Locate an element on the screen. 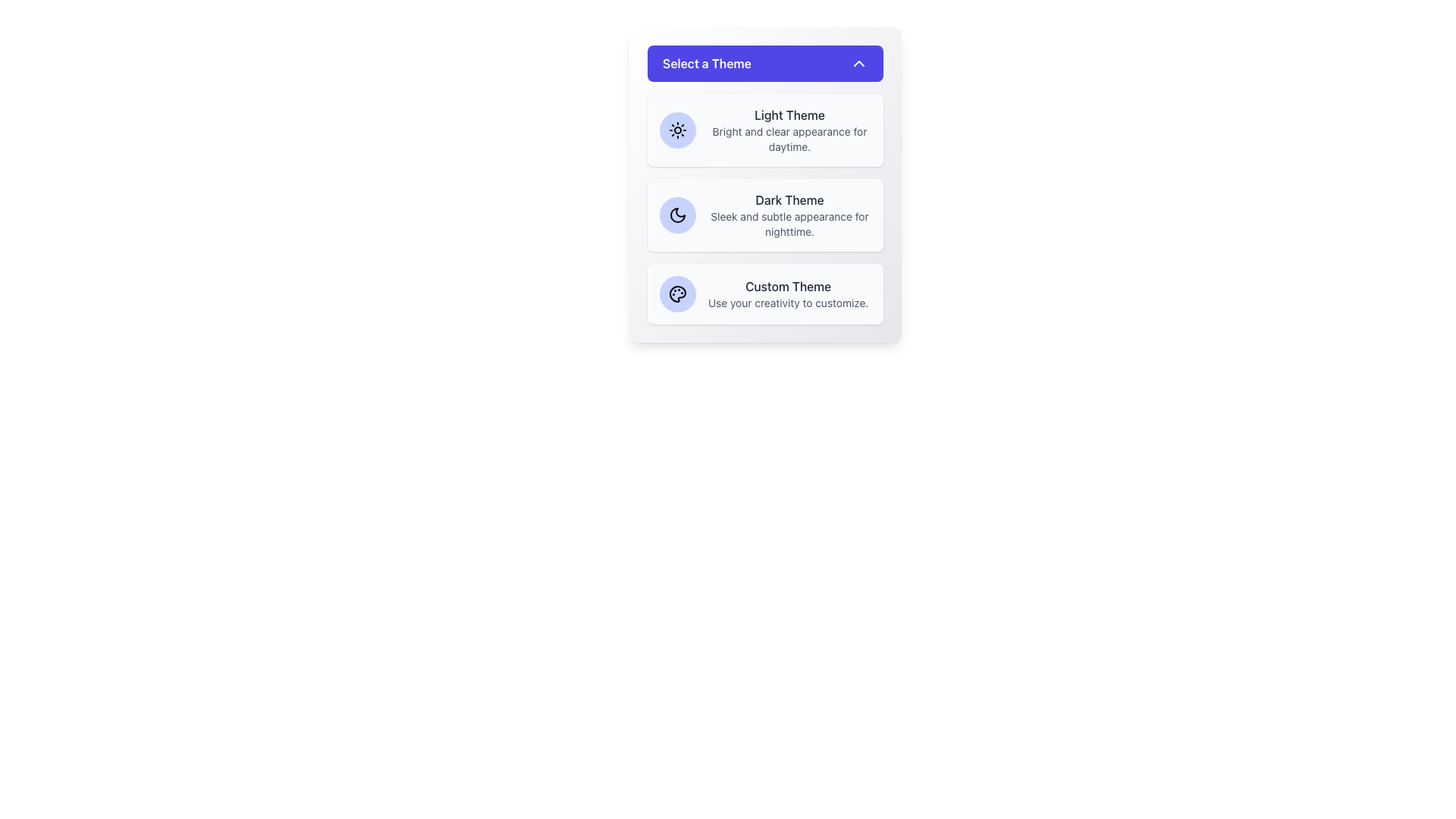 The height and width of the screenshot is (819, 1456). the descriptive text element that reads 'Bright and clear appearance for daytime.' positioned below the 'Light Theme' header is located at coordinates (789, 140).